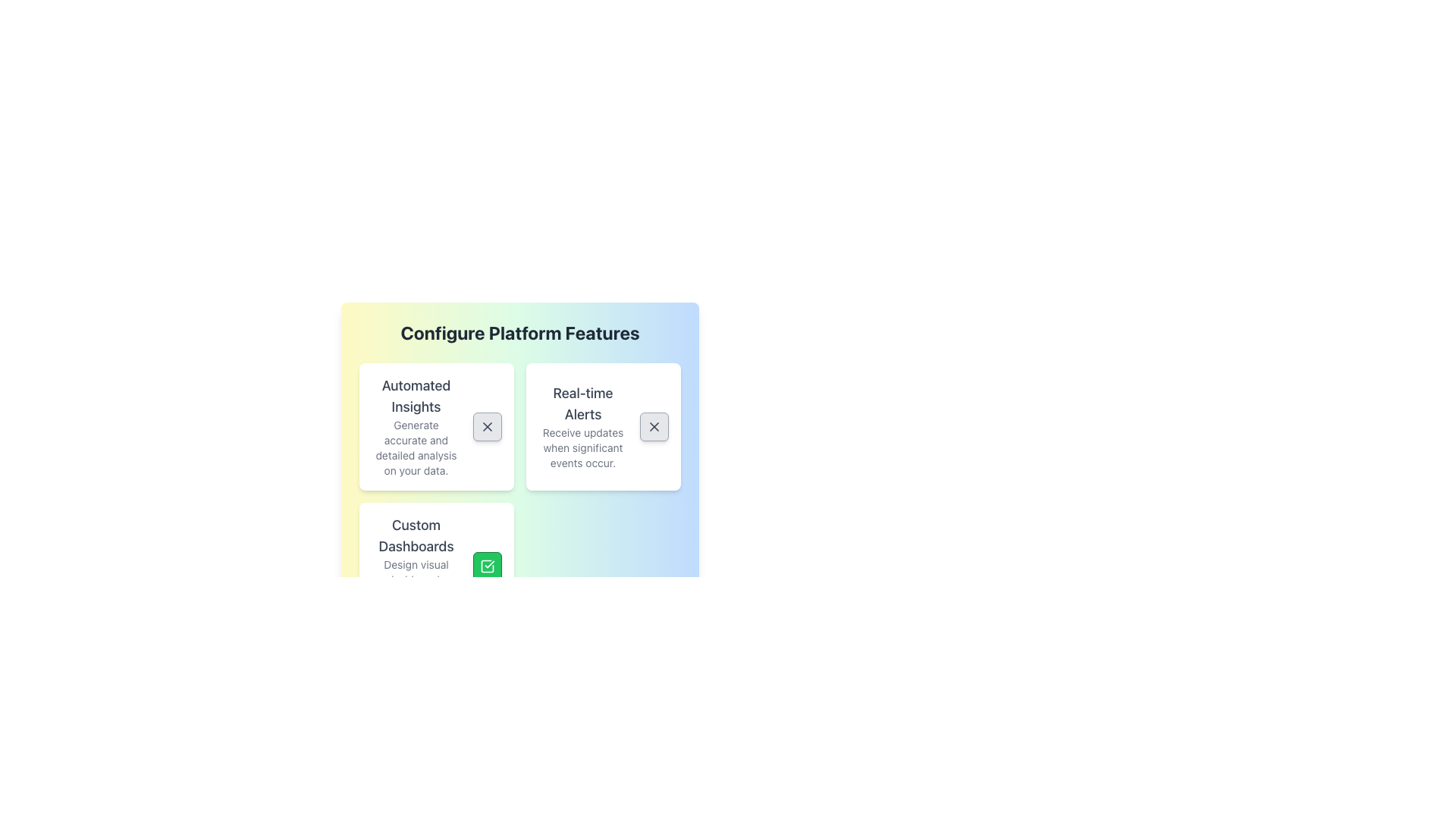  I want to click on the Icon Button located in the top-right corner of the 'Real-time Alerts' card, so click(654, 427).